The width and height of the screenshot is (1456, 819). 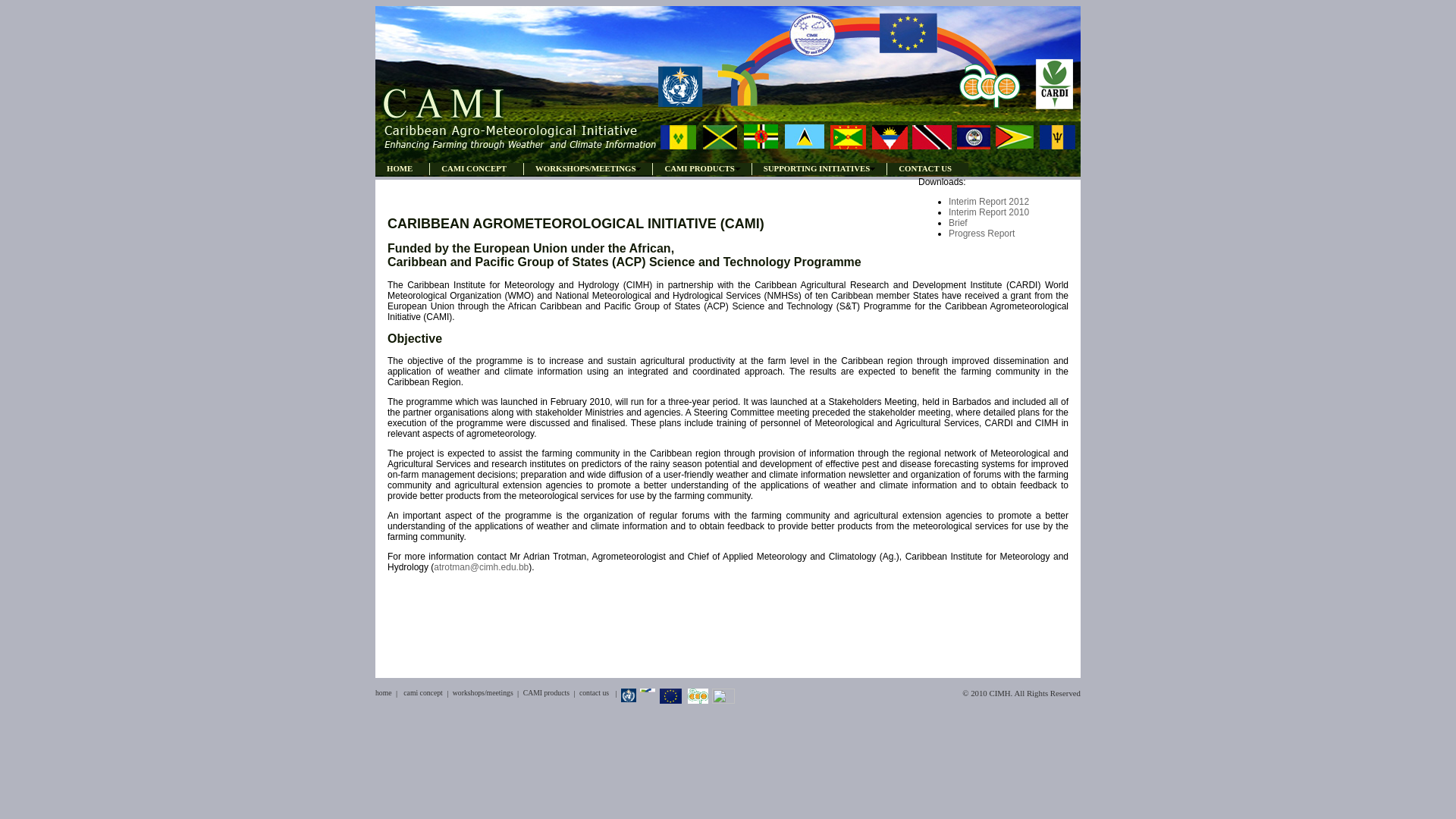 I want to click on 'Brief', so click(x=957, y=222).